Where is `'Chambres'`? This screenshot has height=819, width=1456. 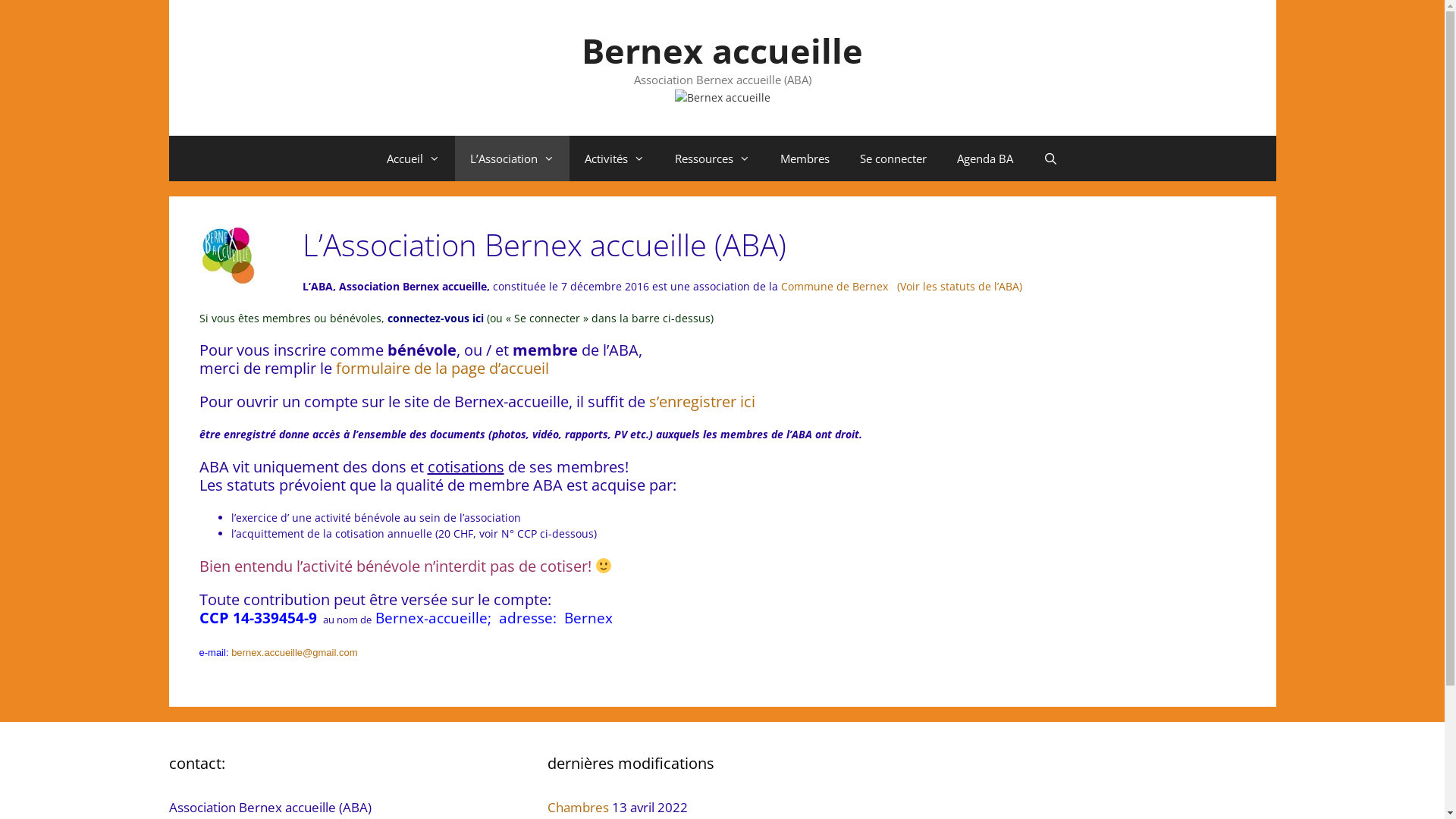
'Chambres' is located at coordinates (577, 806).